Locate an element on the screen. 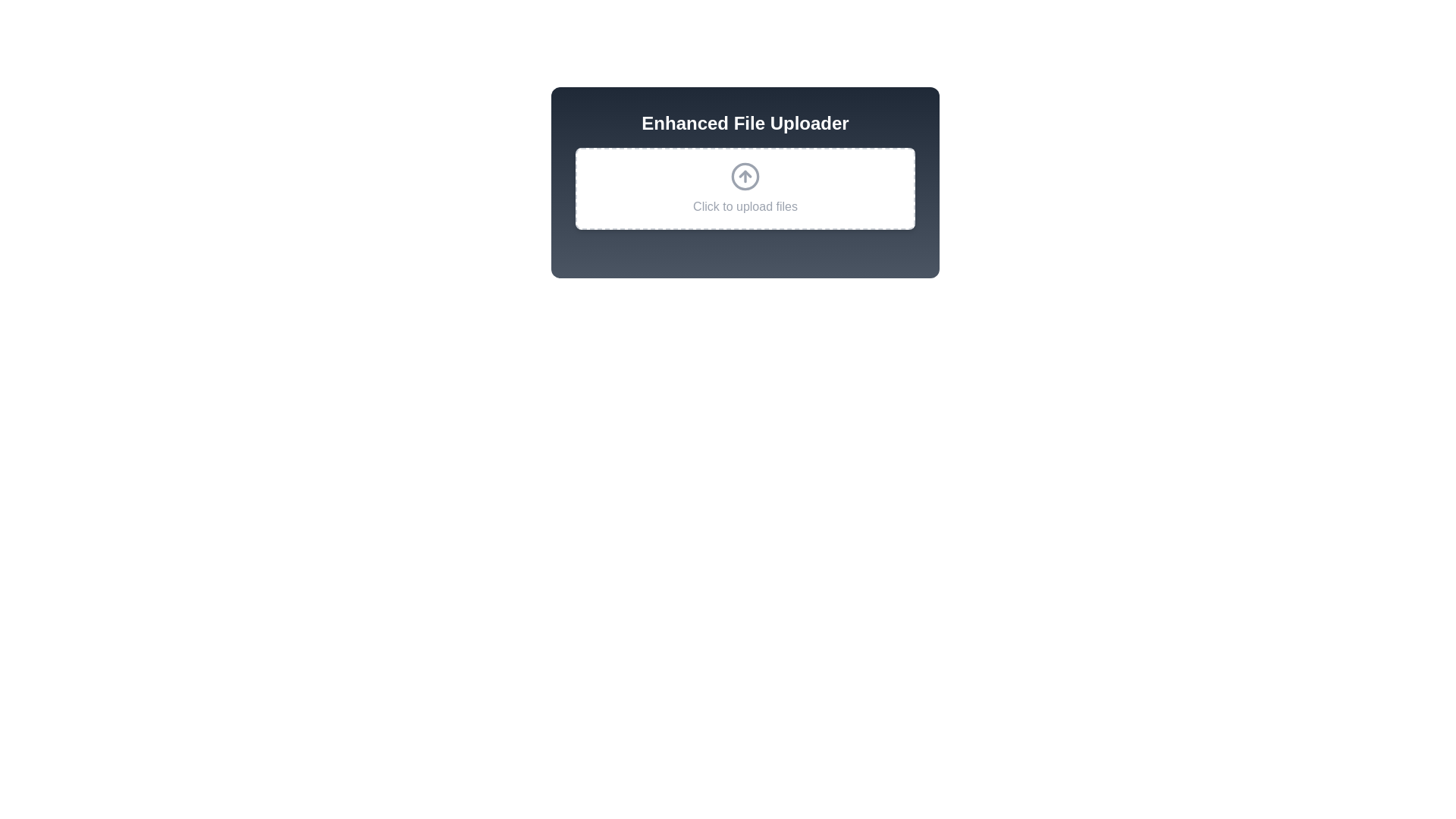 The width and height of the screenshot is (1456, 819). the interactive placeholder for file upload, which features a dashed border and contains an upload icon and descriptive text is located at coordinates (745, 188).